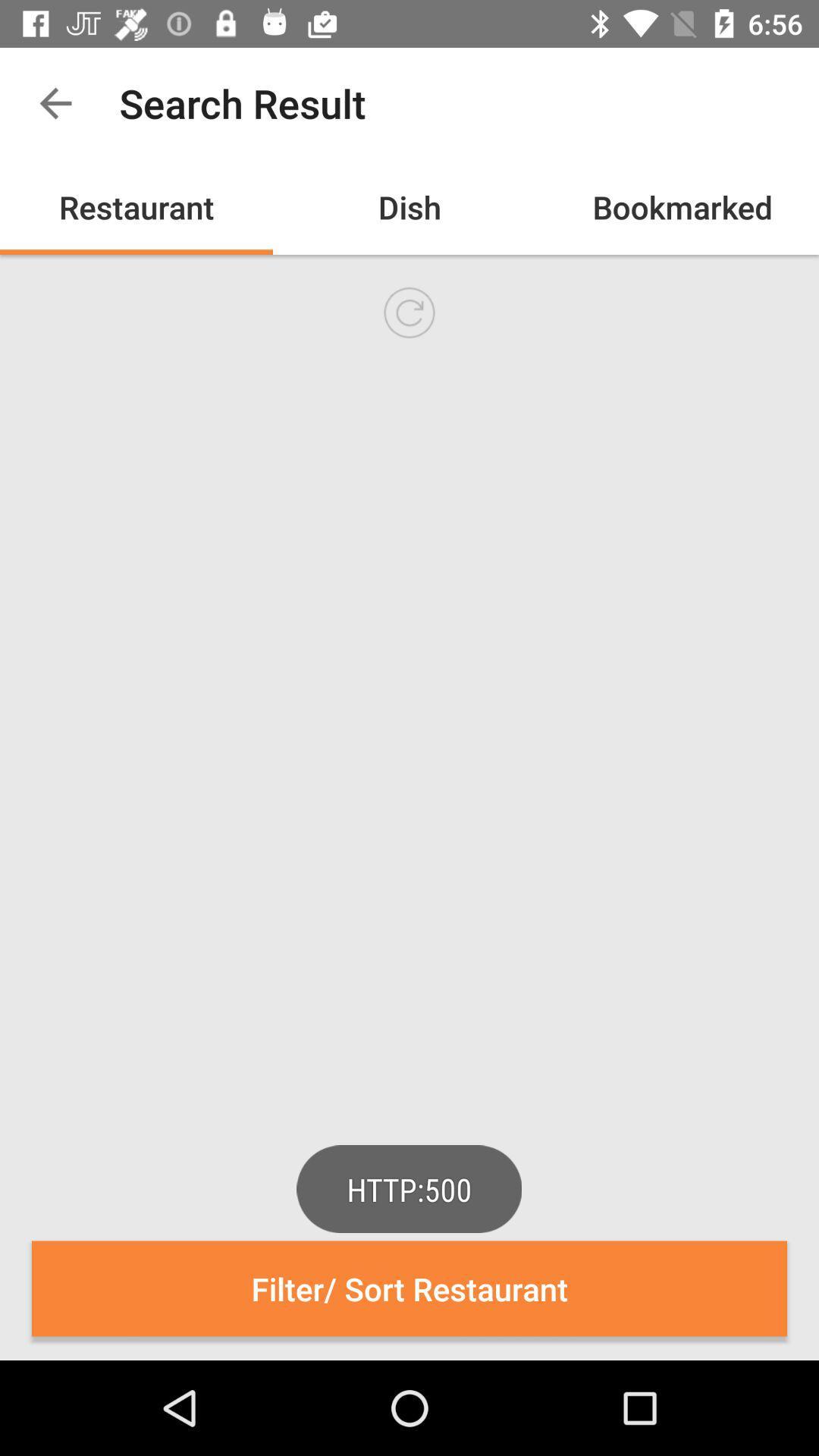 The height and width of the screenshot is (1456, 819). Describe the element at coordinates (409, 312) in the screenshot. I see `refresh` at that location.